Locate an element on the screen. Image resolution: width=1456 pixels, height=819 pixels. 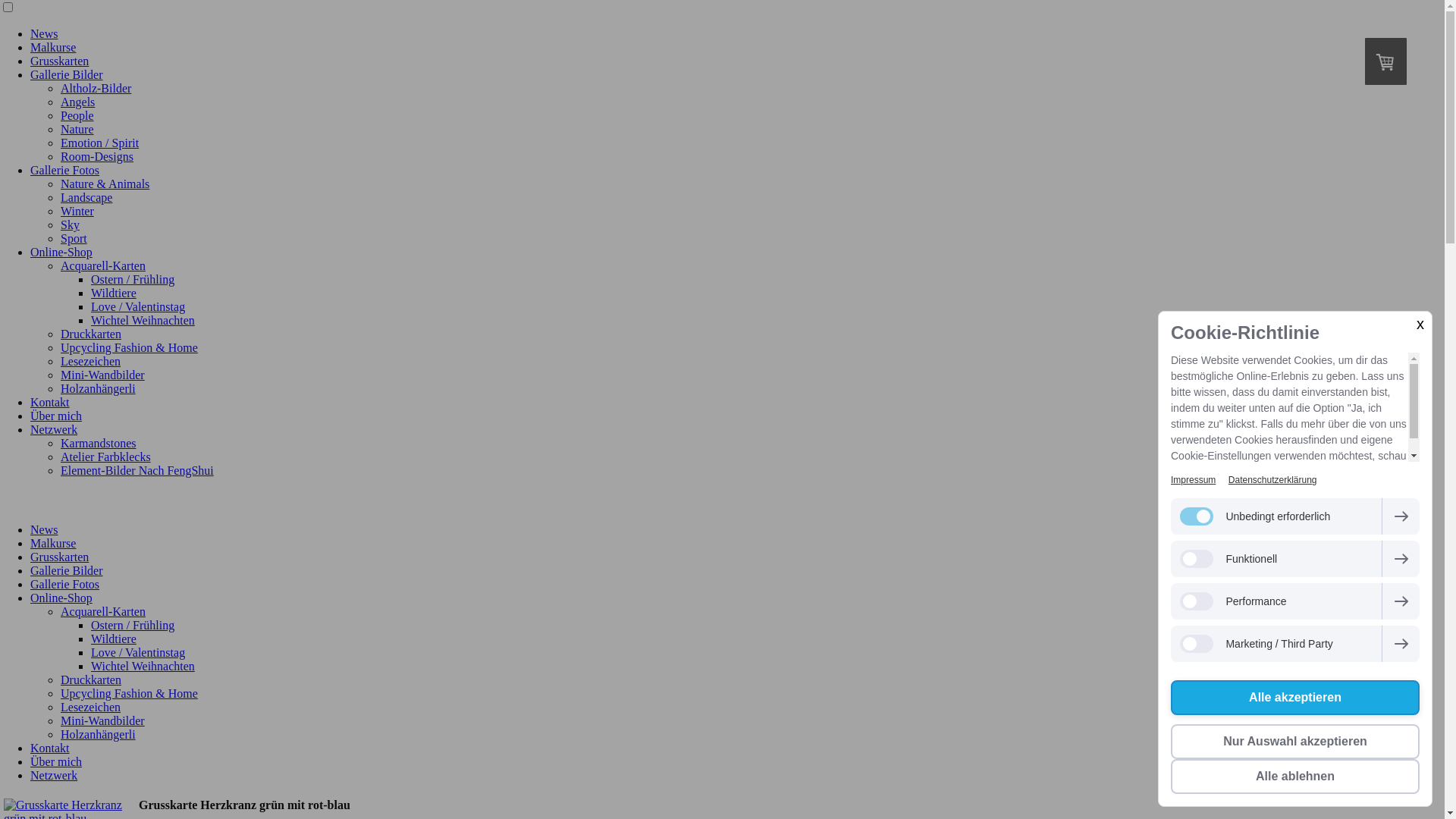
'Angels' is located at coordinates (77, 102).